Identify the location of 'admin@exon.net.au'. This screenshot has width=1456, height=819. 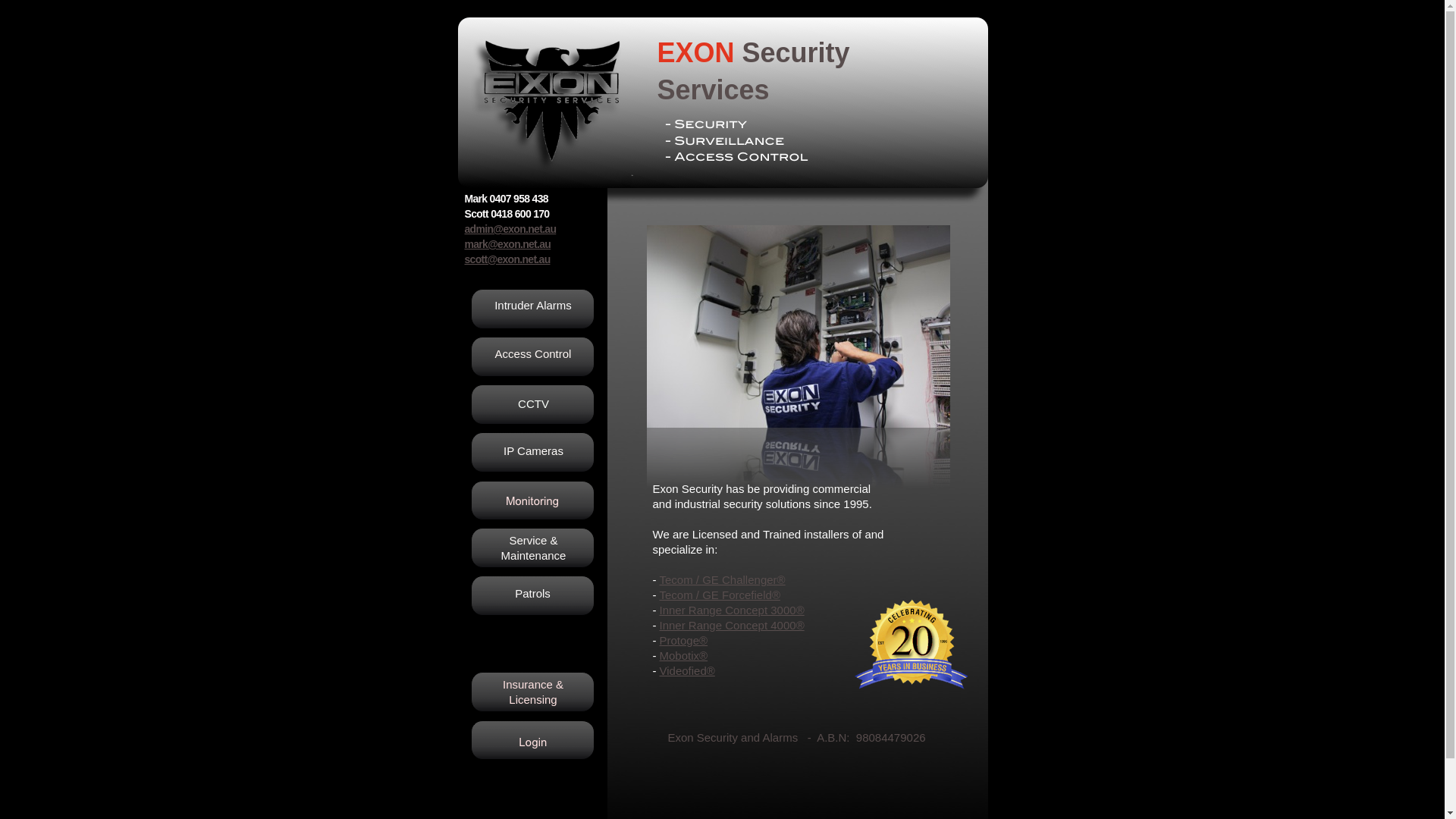
(510, 228).